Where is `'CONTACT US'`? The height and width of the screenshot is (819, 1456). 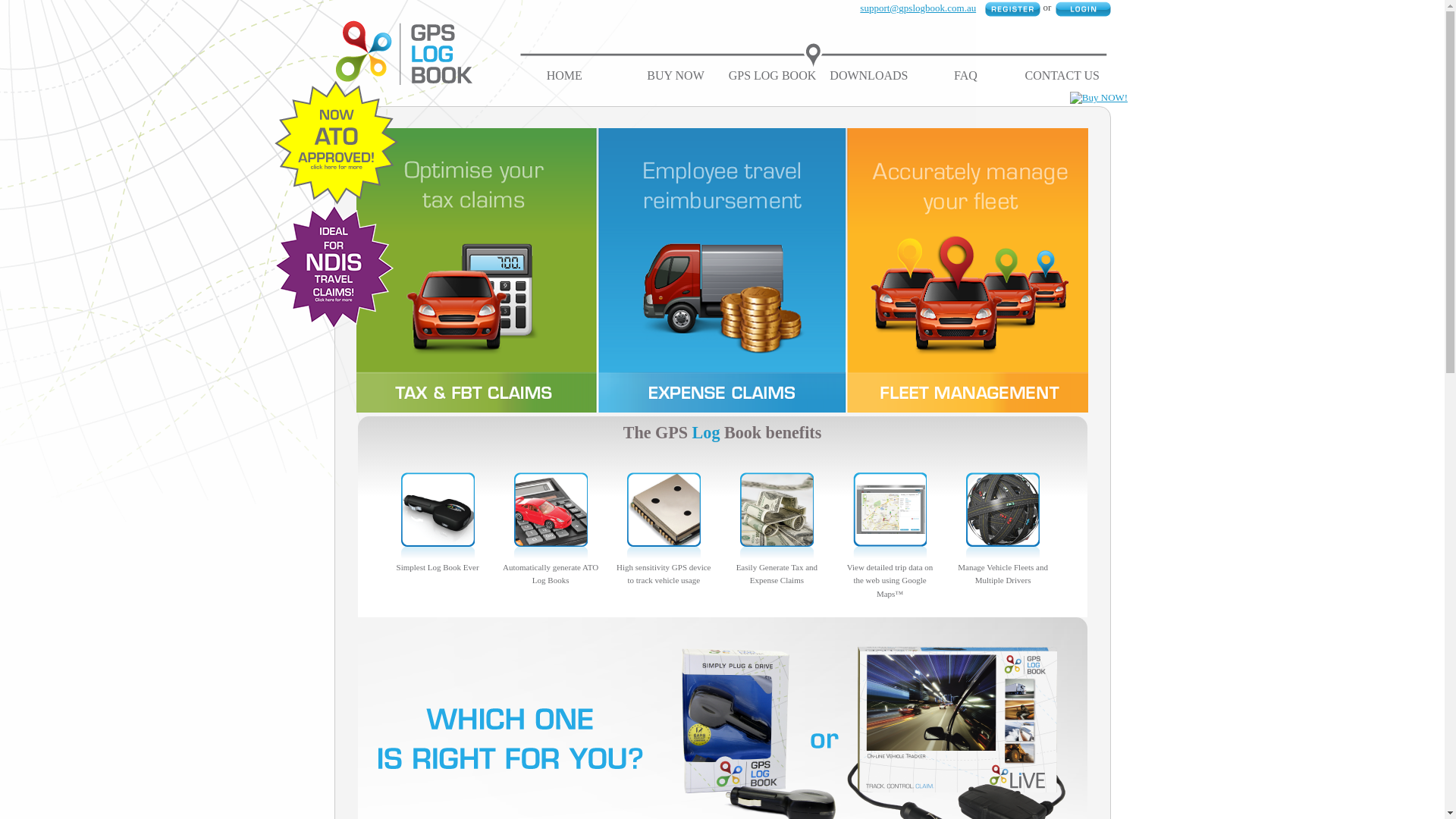 'CONTACT US' is located at coordinates (1062, 75).